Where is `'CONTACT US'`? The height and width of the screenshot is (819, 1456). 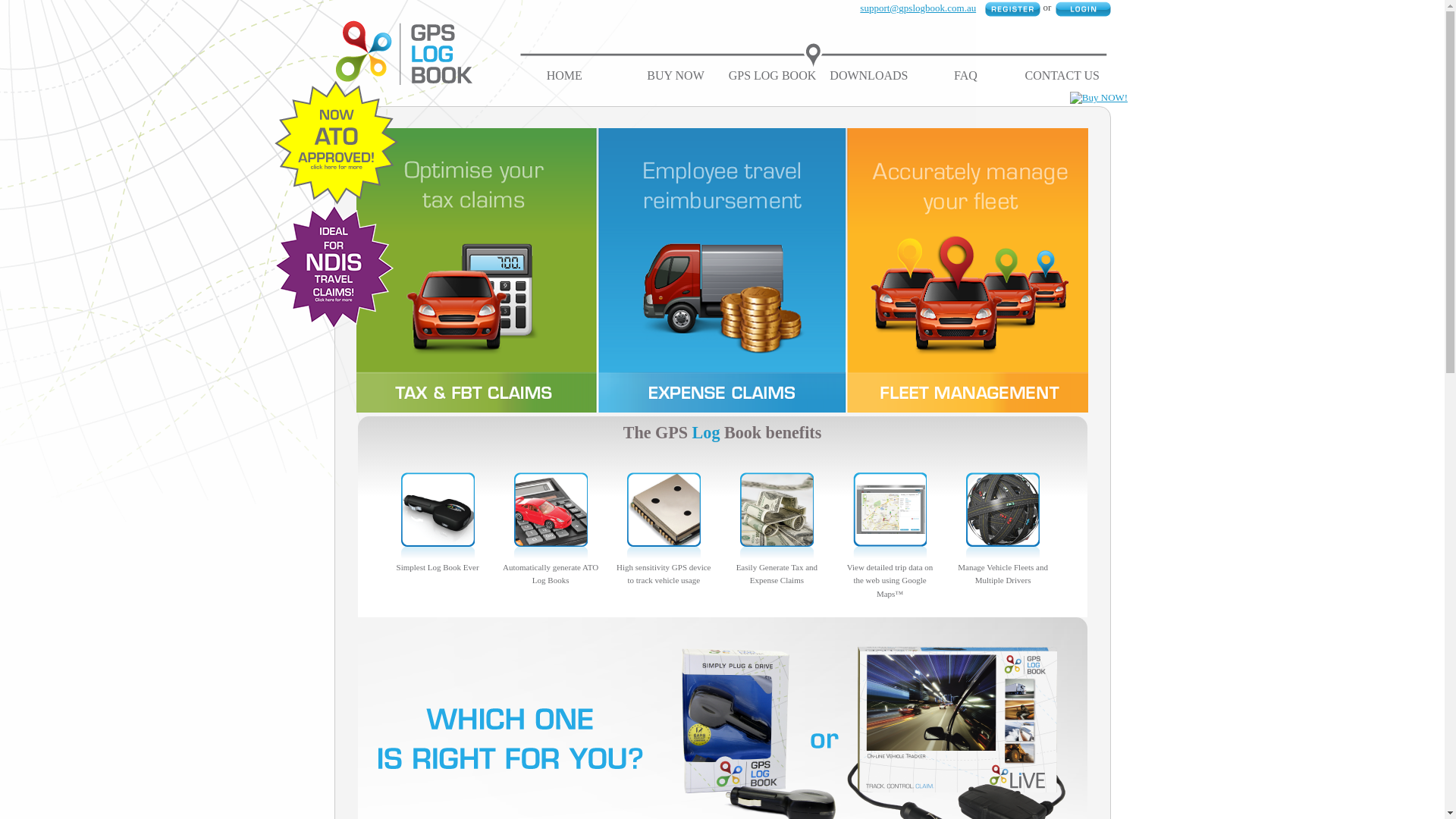 'CONTACT US' is located at coordinates (1062, 75).